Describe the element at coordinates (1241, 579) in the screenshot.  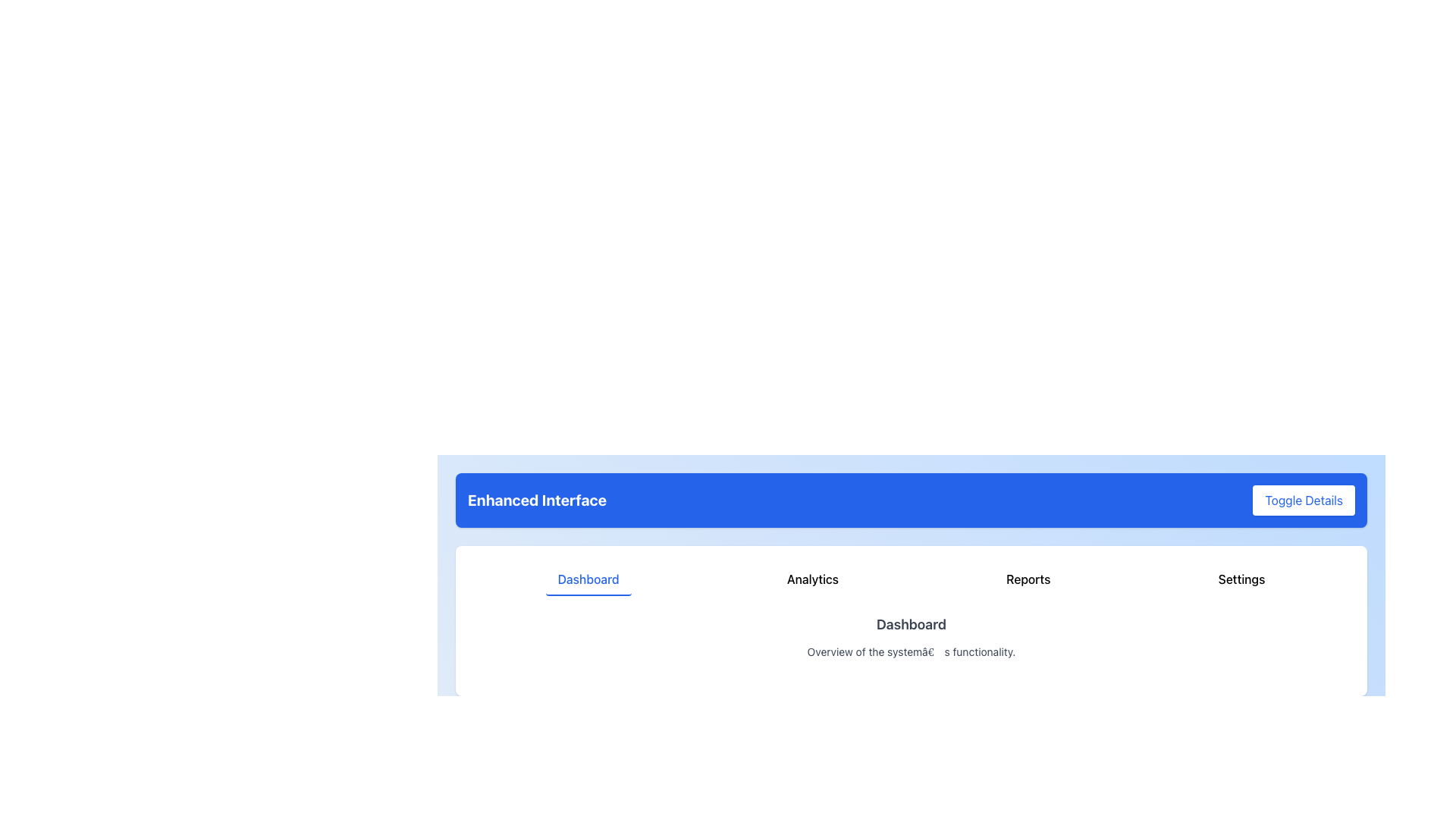
I see `the 'Settings' navigation tab` at that location.